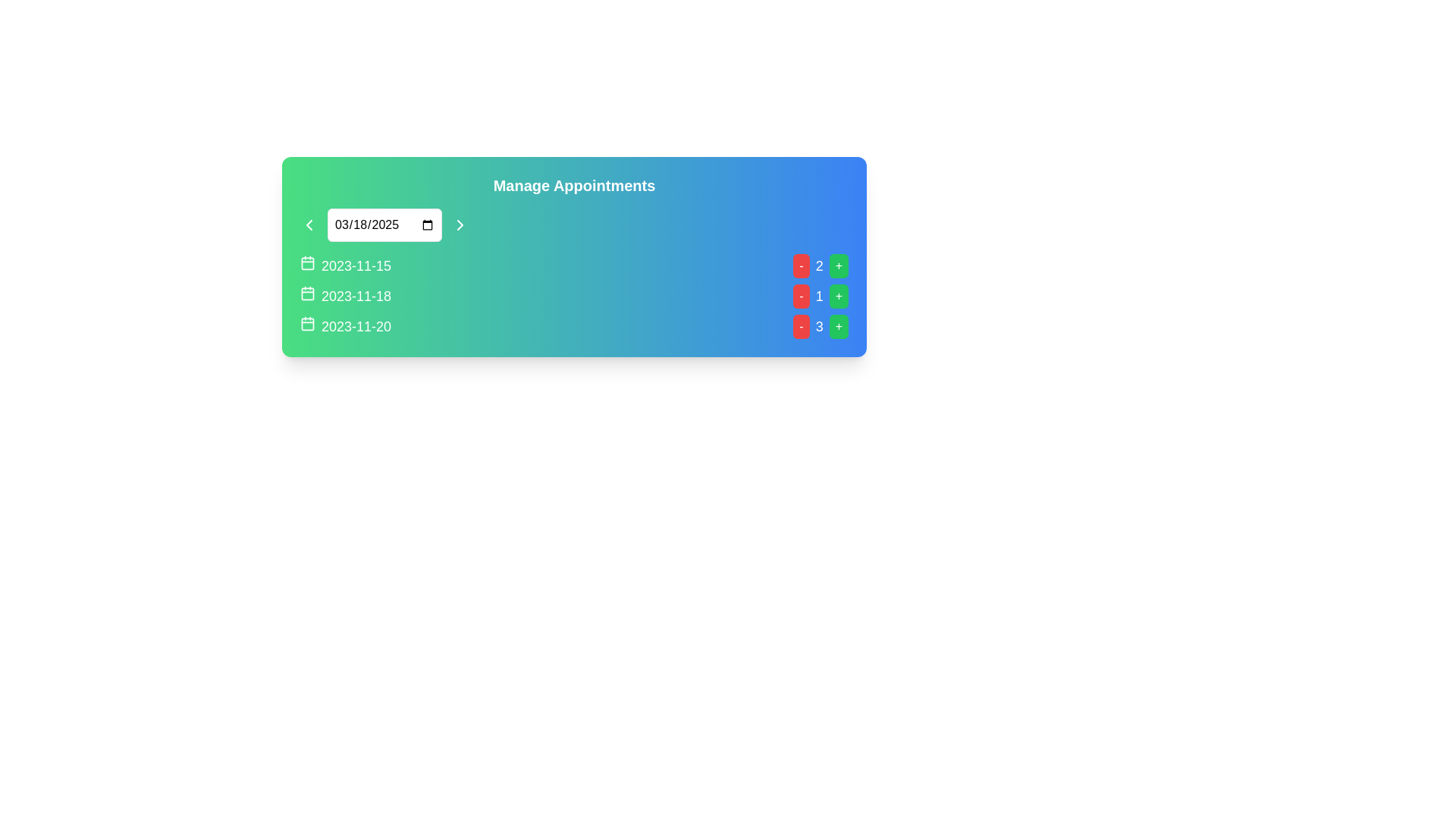 The width and height of the screenshot is (1456, 819). Describe the element at coordinates (356, 296) in the screenshot. I see `the second date entry, which represents the date '2023-11-18' in the list of selectable dates within the scheduling interface` at that location.